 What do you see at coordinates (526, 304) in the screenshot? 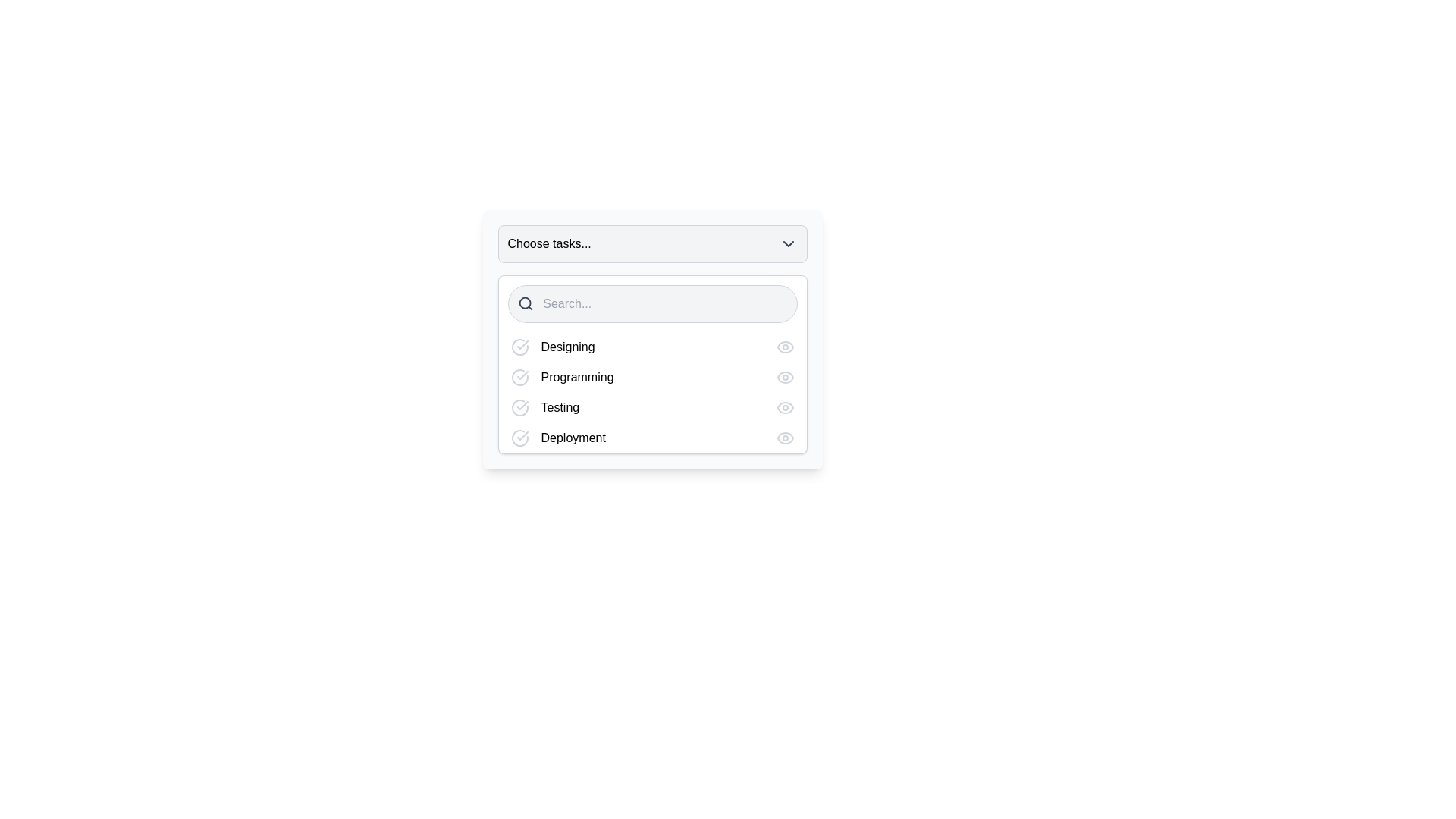
I see `the search icon represented by a gray magnifying glass located in the upper-left corner of the search bar` at bounding box center [526, 304].